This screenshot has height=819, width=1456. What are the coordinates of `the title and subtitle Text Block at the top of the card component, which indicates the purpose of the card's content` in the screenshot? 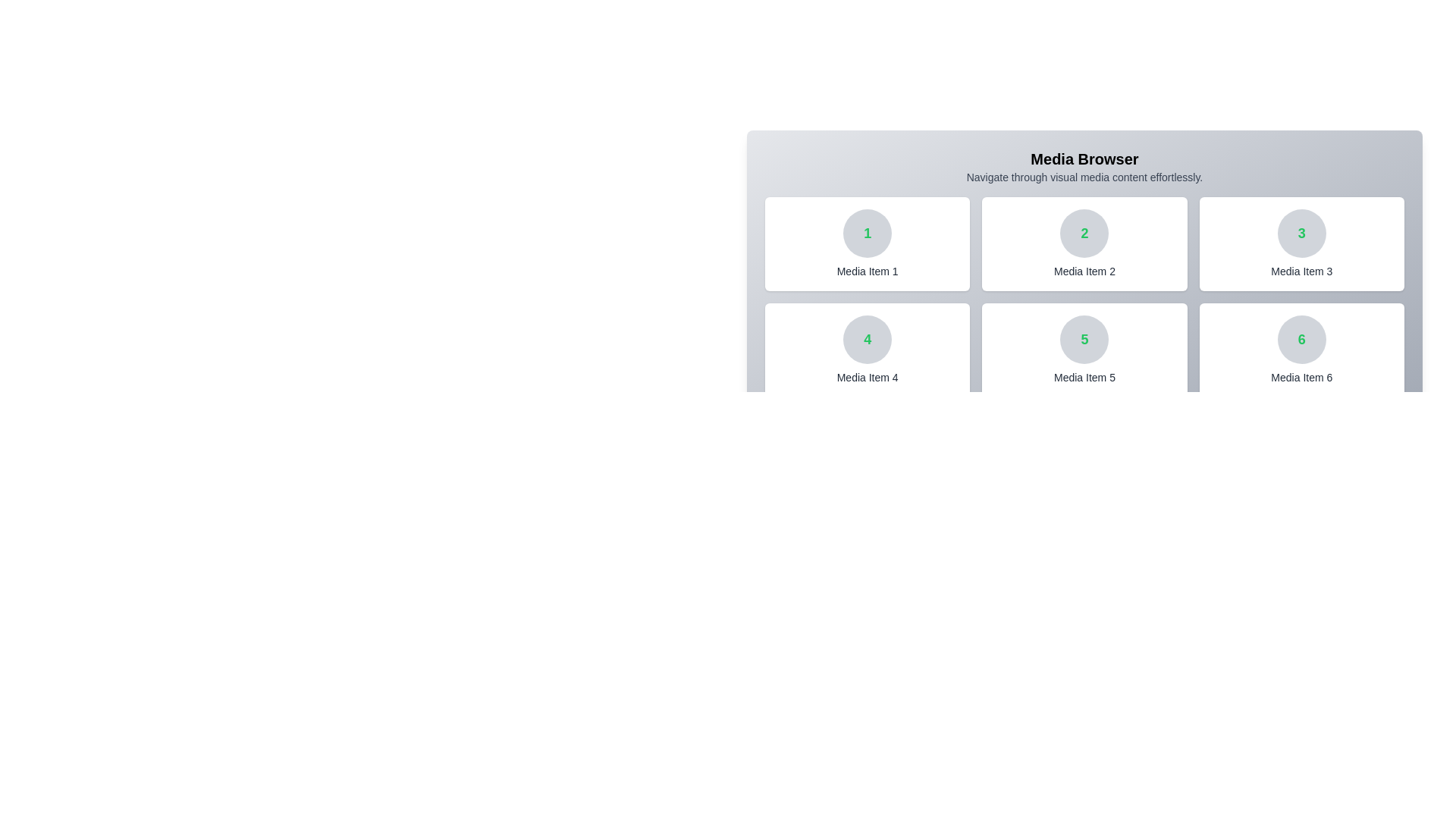 It's located at (1084, 166).